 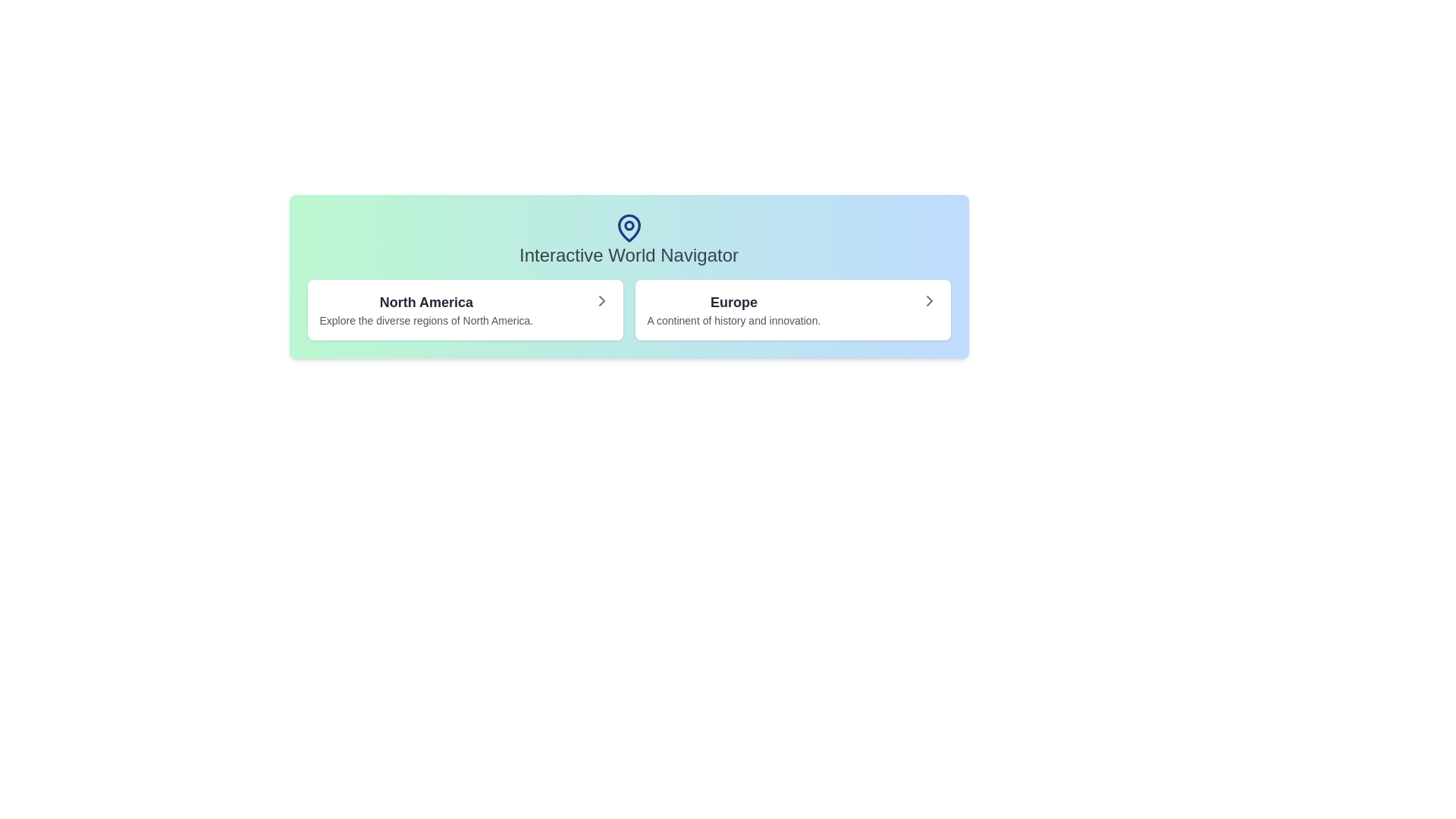 I want to click on the pin-shaped icon with a blue outline located above the text 'Interactive World Navigator', so click(x=629, y=227).